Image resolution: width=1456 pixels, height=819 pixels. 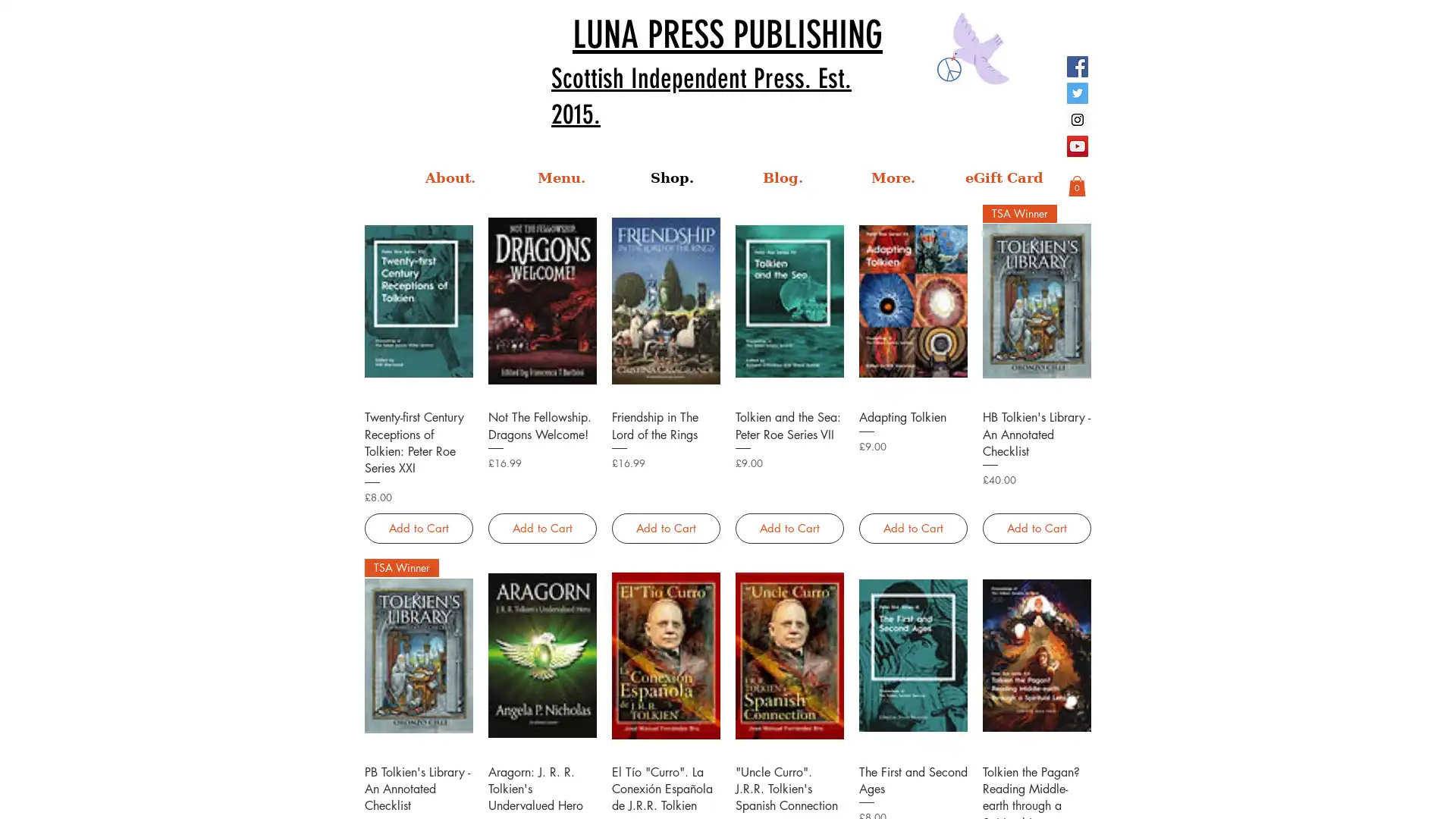 I want to click on Quick View, so click(x=1035, y=416).